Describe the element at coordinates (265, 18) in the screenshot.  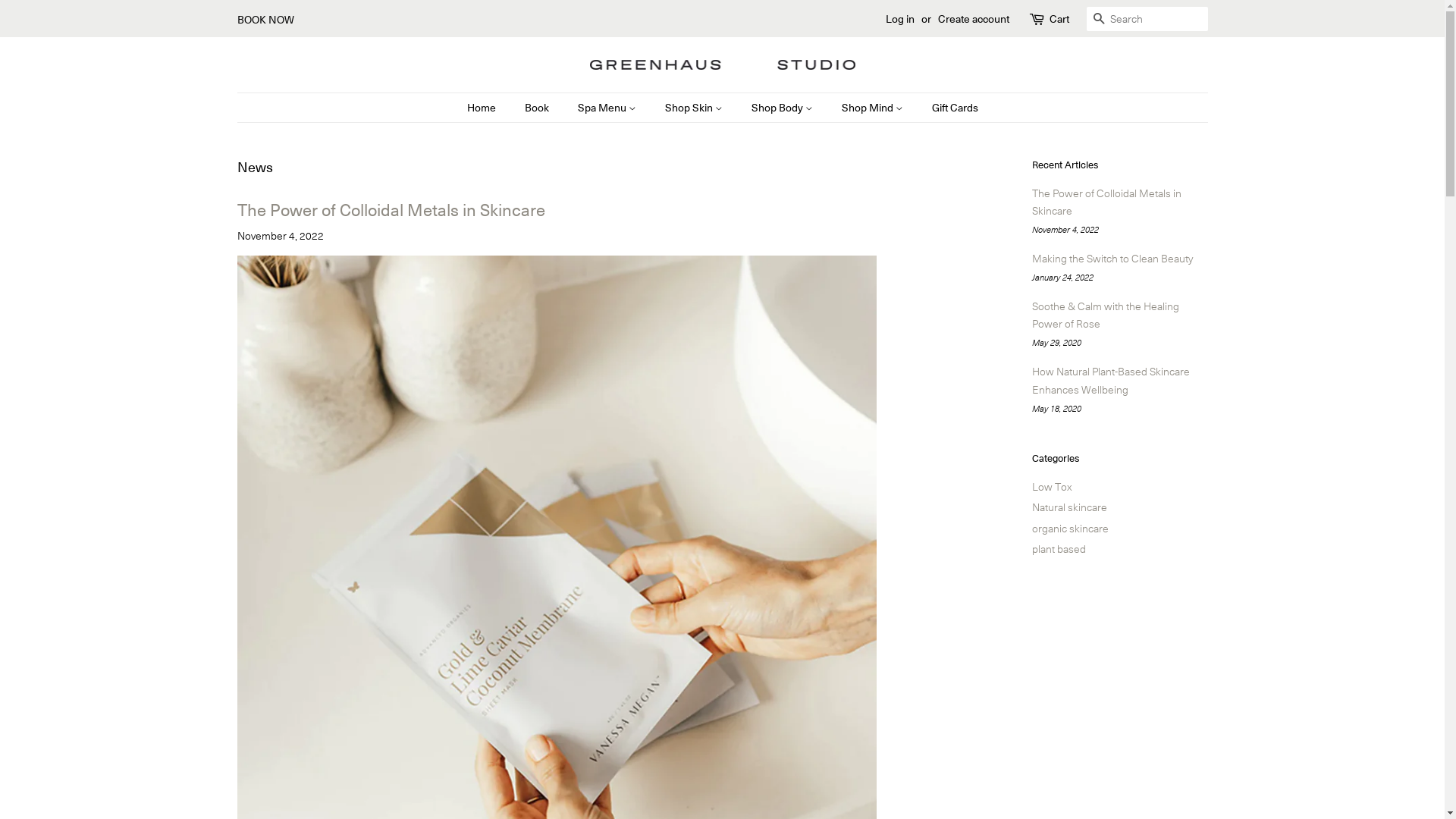
I see `'BOOK NOW'` at that location.